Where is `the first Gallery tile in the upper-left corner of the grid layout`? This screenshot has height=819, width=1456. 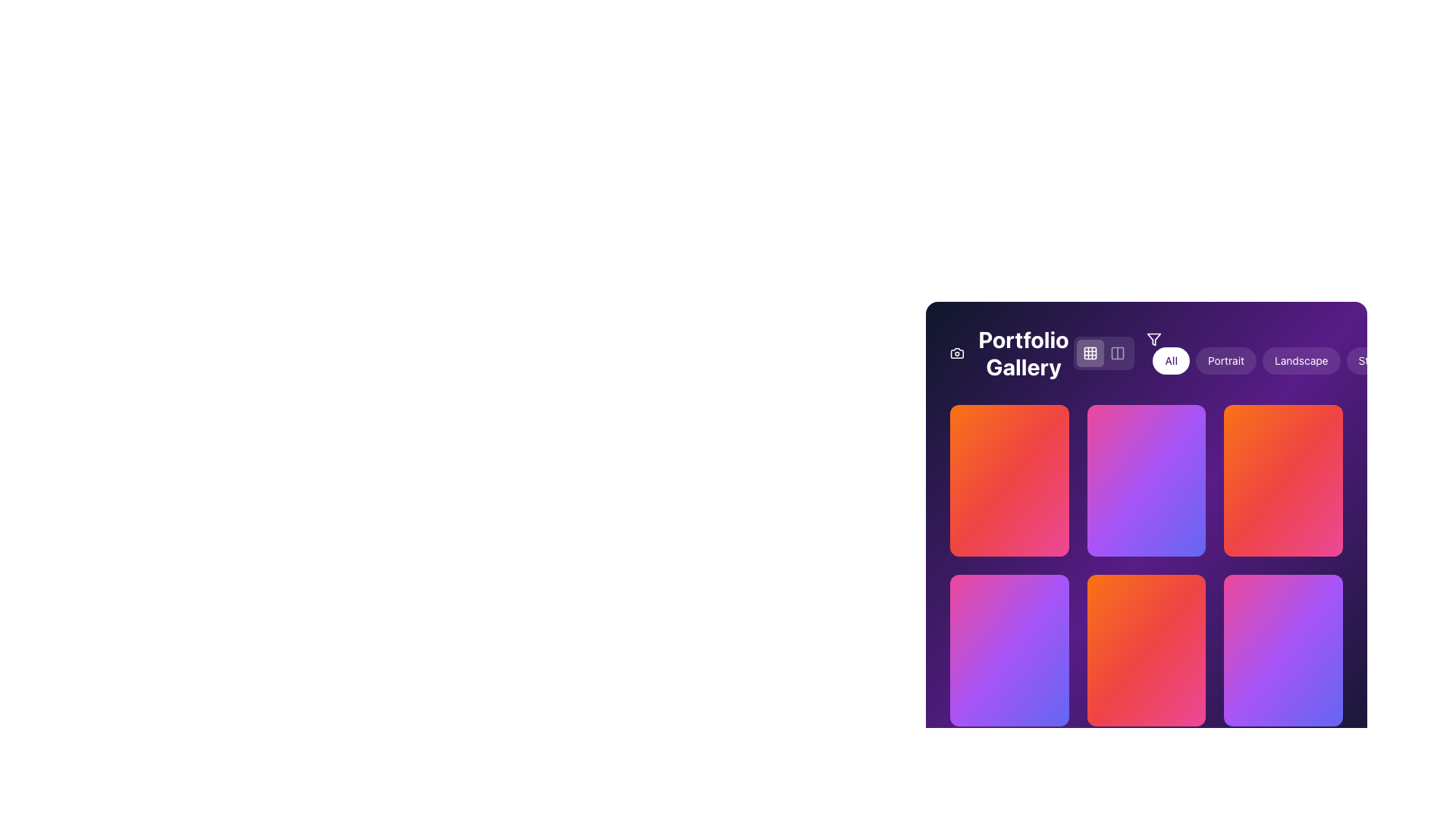 the first Gallery tile in the upper-left corner of the grid layout is located at coordinates (1009, 480).